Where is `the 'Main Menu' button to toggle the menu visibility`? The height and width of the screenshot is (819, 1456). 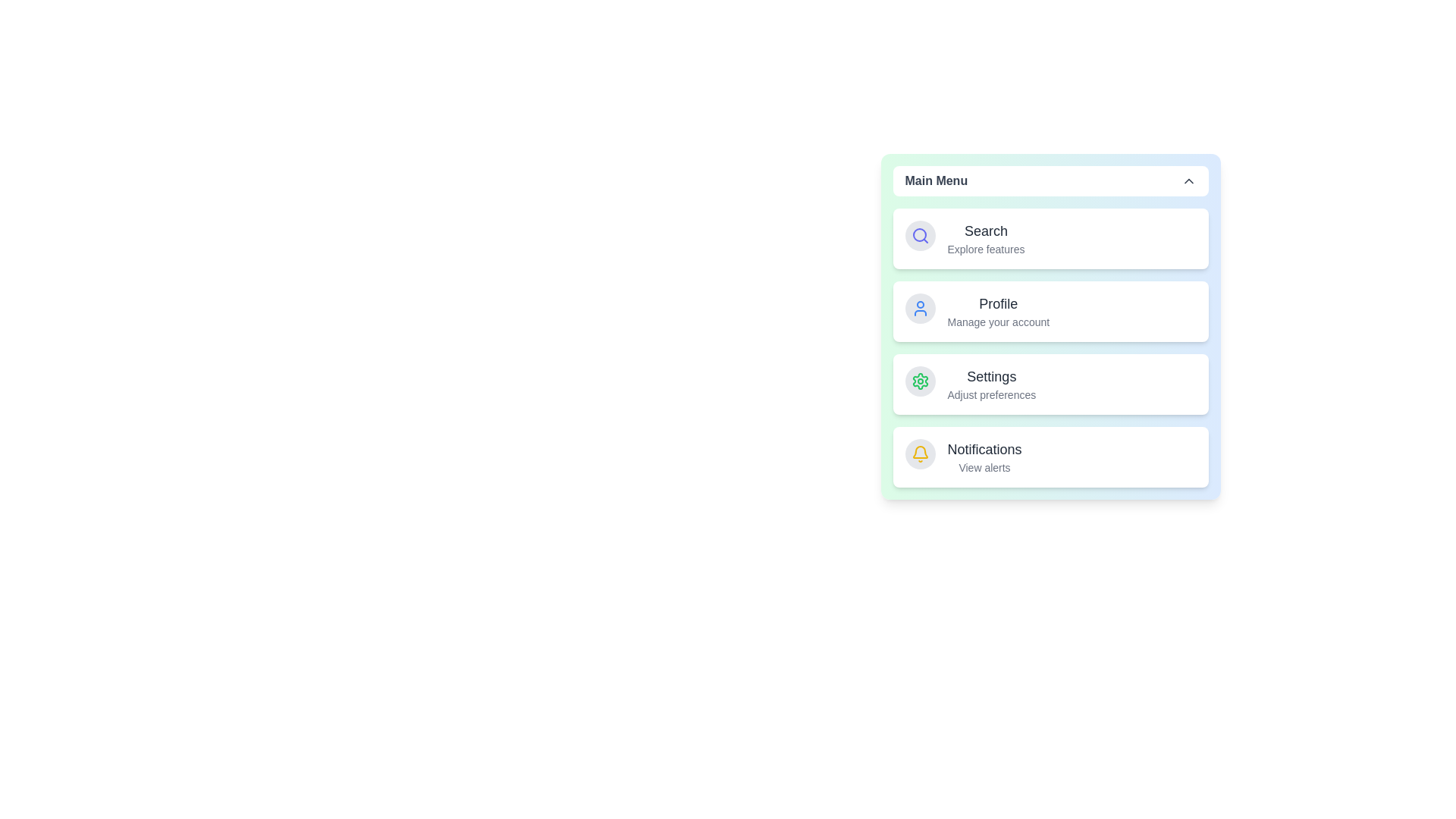 the 'Main Menu' button to toggle the menu visibility is located at coordinates (1050, 180).